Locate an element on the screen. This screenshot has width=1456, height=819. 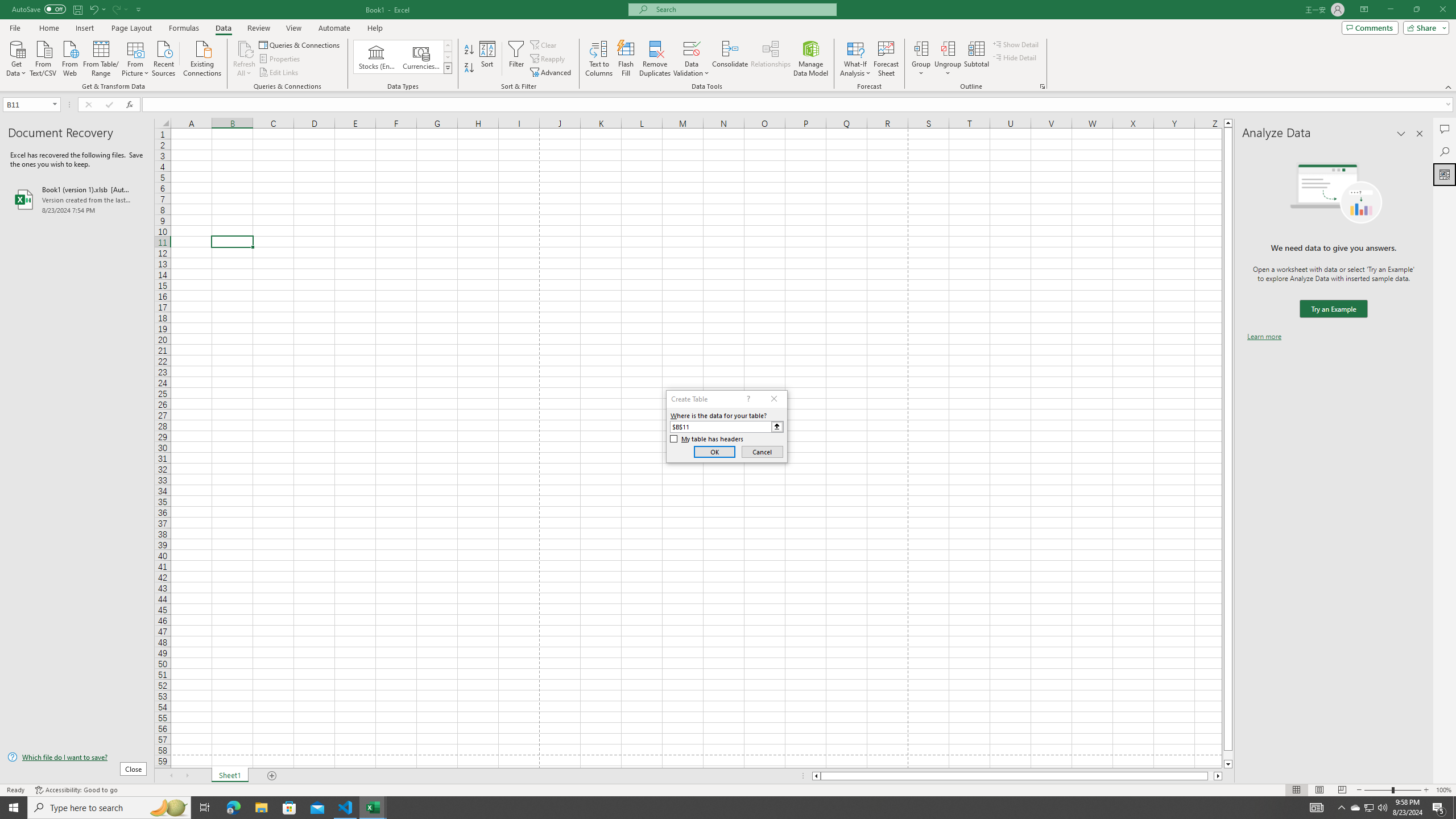
'Edit Links' is located at coordinates (279, 72).